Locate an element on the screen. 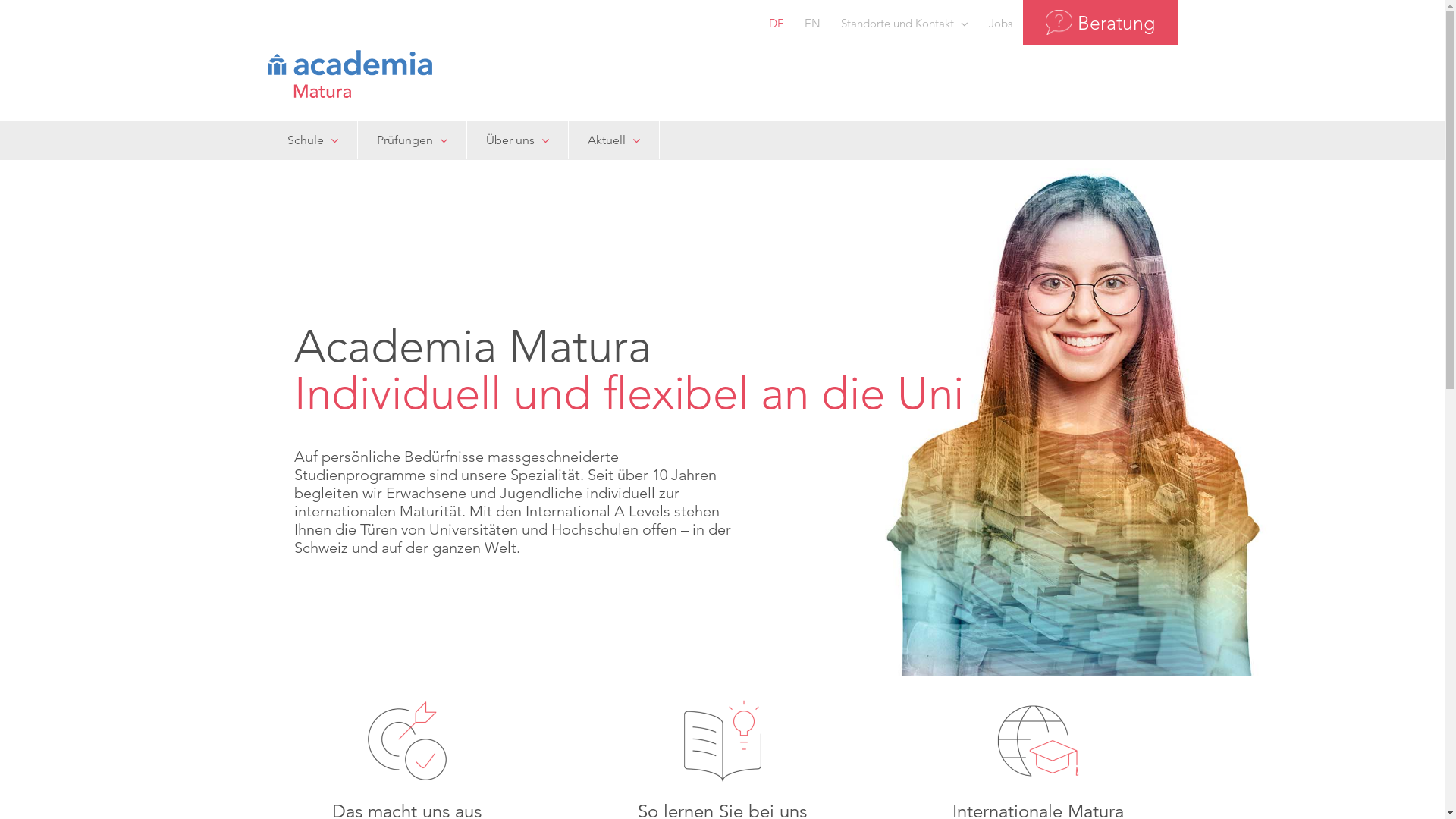  'Standorte und Kontakt' is located at coordinates (830, 23).